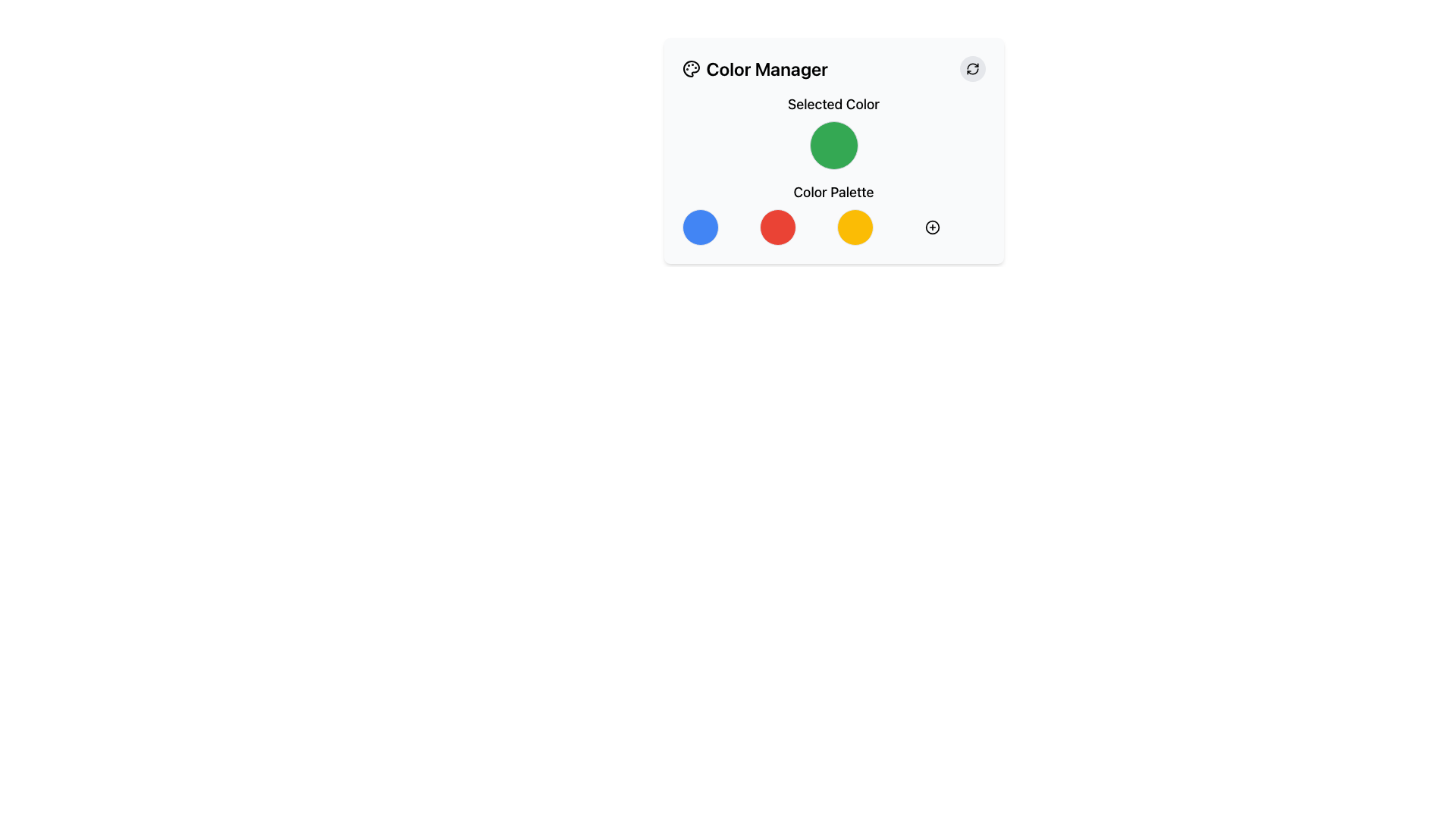 The width and height of the screenshot is (1456, 819). Describe the element at coordinates (931, 227) in the screenshot. I see `the interactive icon related to the 'Color Manager' located at the bottom-right corner of the 'Color Manager' section` at that location.